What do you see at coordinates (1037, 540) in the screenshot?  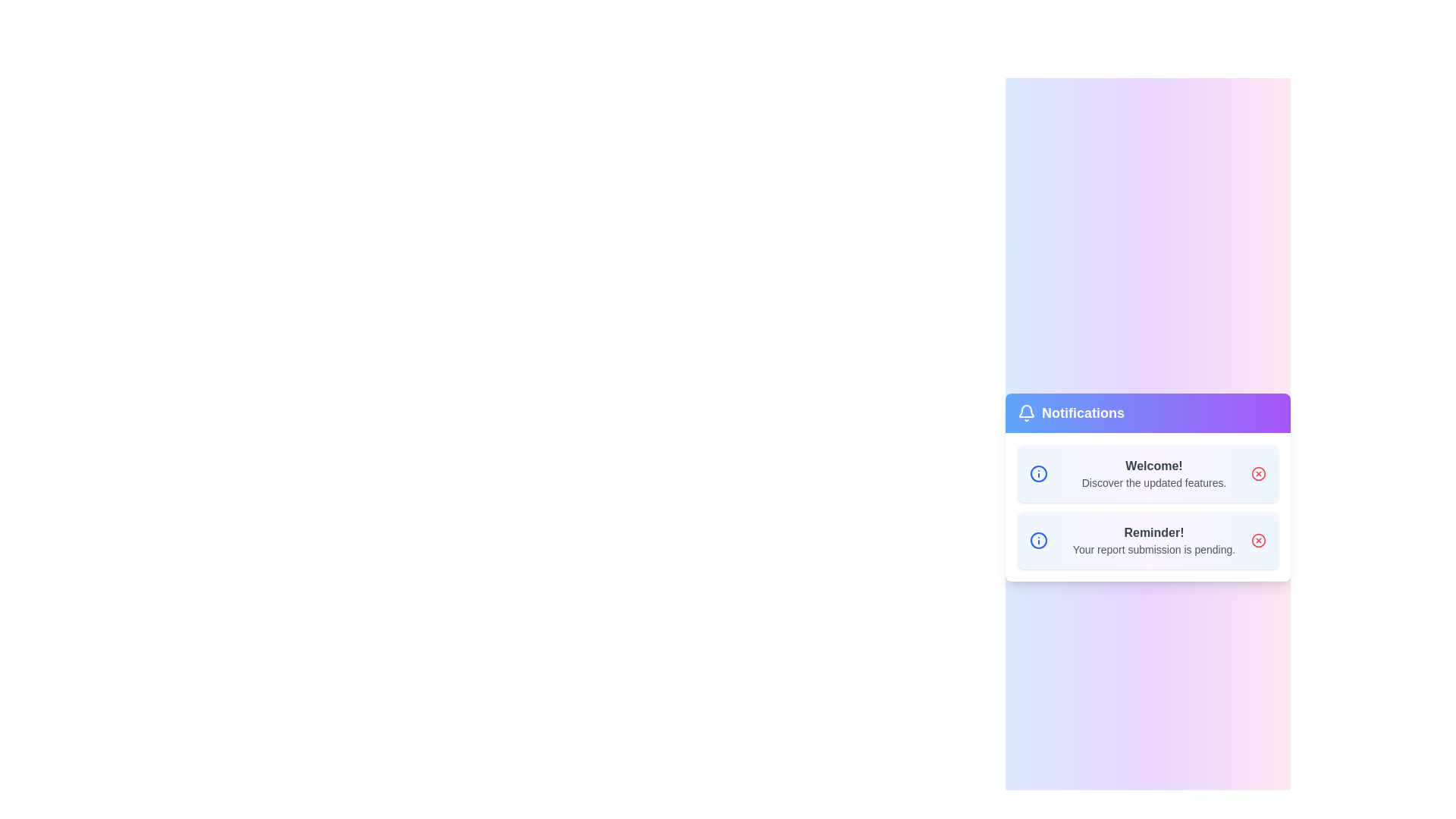 I see `the icon indicating a reminder related to the notification 'Reminder! Your report submission is pending.'` at bounding box center [1037, 540].